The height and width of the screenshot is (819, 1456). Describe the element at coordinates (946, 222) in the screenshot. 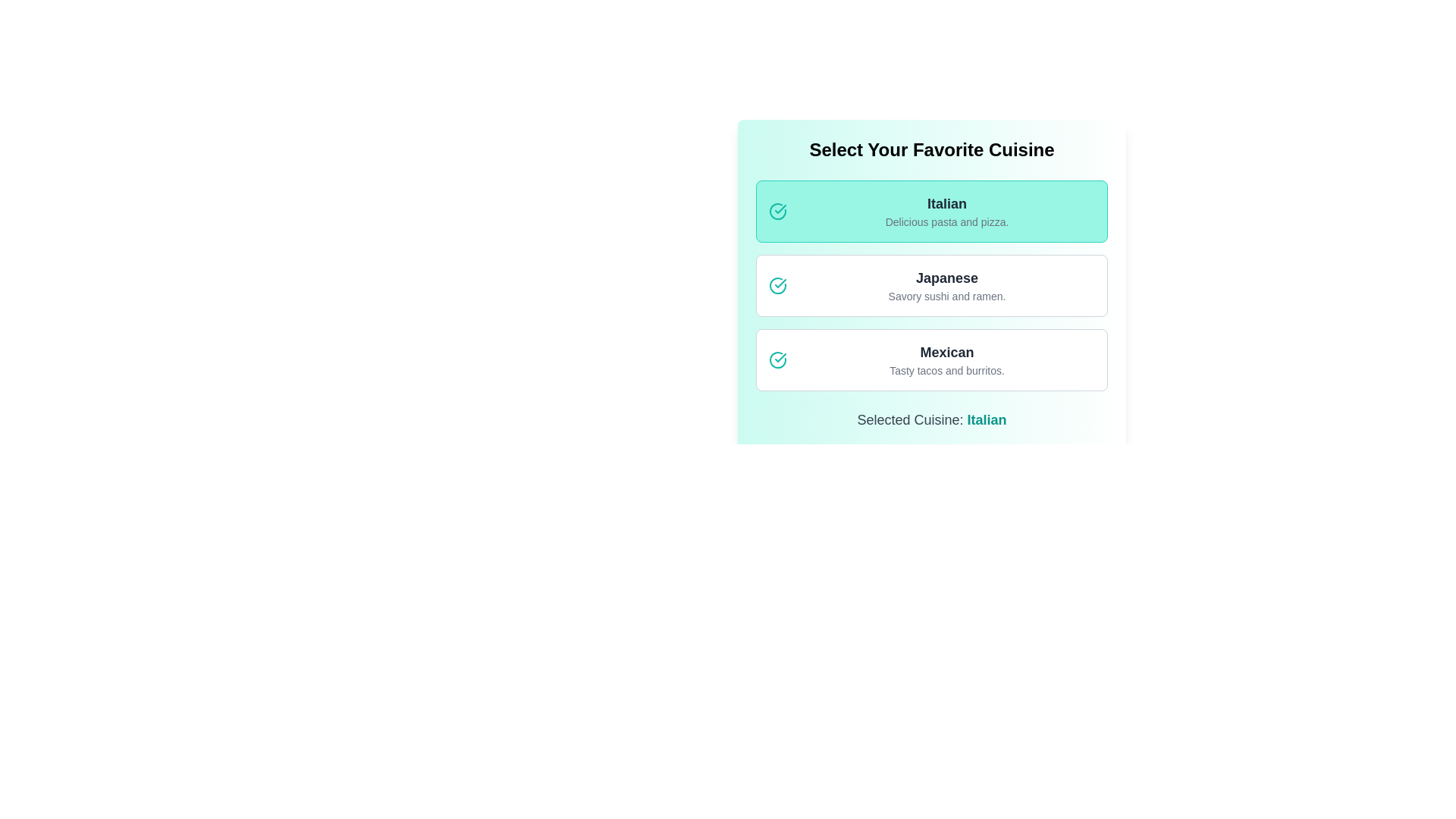

I see `the non-interactive text label providing details about 'Italian' cuisine, located within the card labeled 'Italian' in the list of cuisine options` at that location.